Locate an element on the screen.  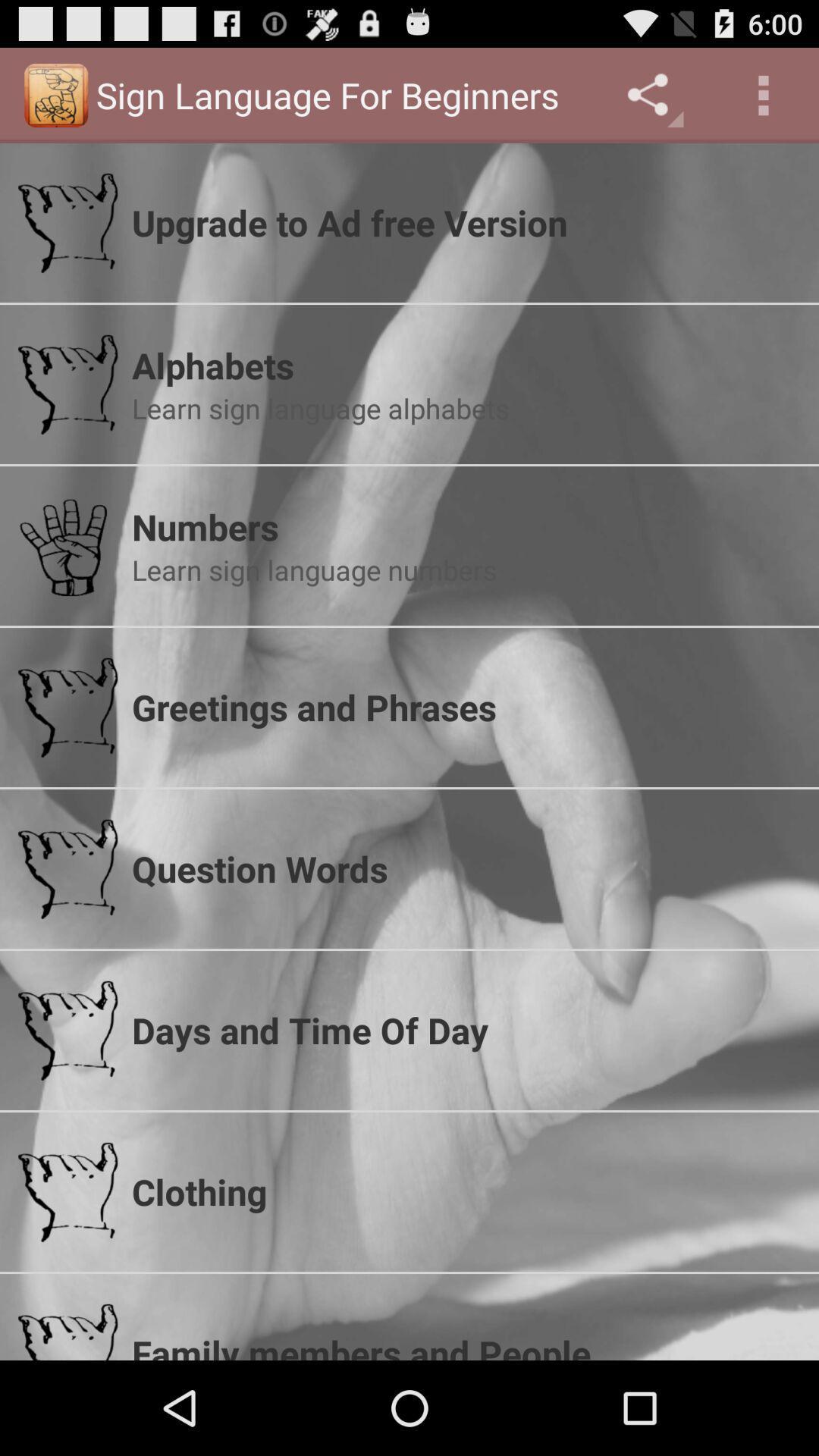
upgrade to ad item is located at coordinates (465, 221).